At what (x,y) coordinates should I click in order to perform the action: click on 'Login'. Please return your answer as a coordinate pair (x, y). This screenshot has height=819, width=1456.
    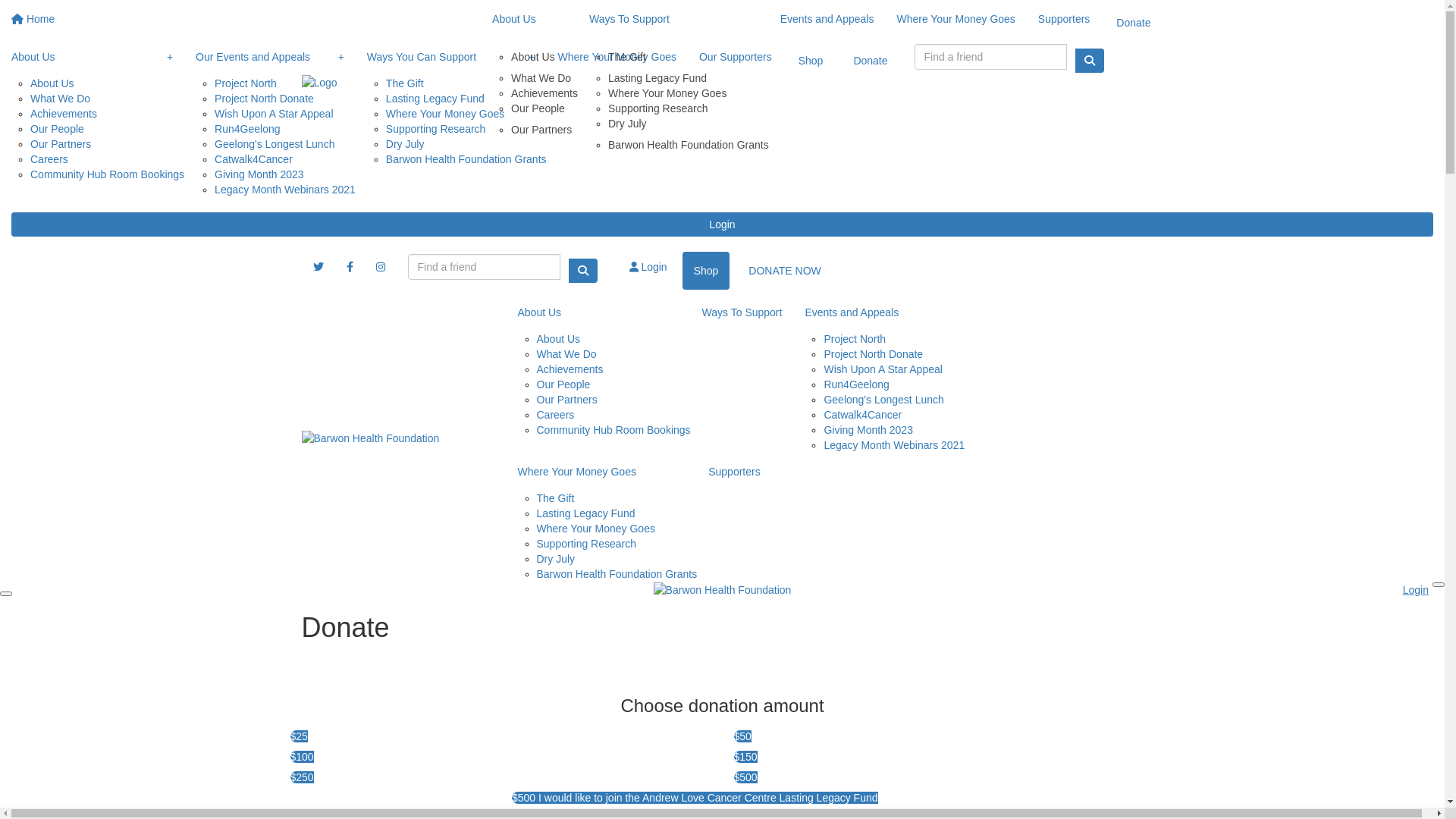
    Looking at the image, I should click on (1415, 589).